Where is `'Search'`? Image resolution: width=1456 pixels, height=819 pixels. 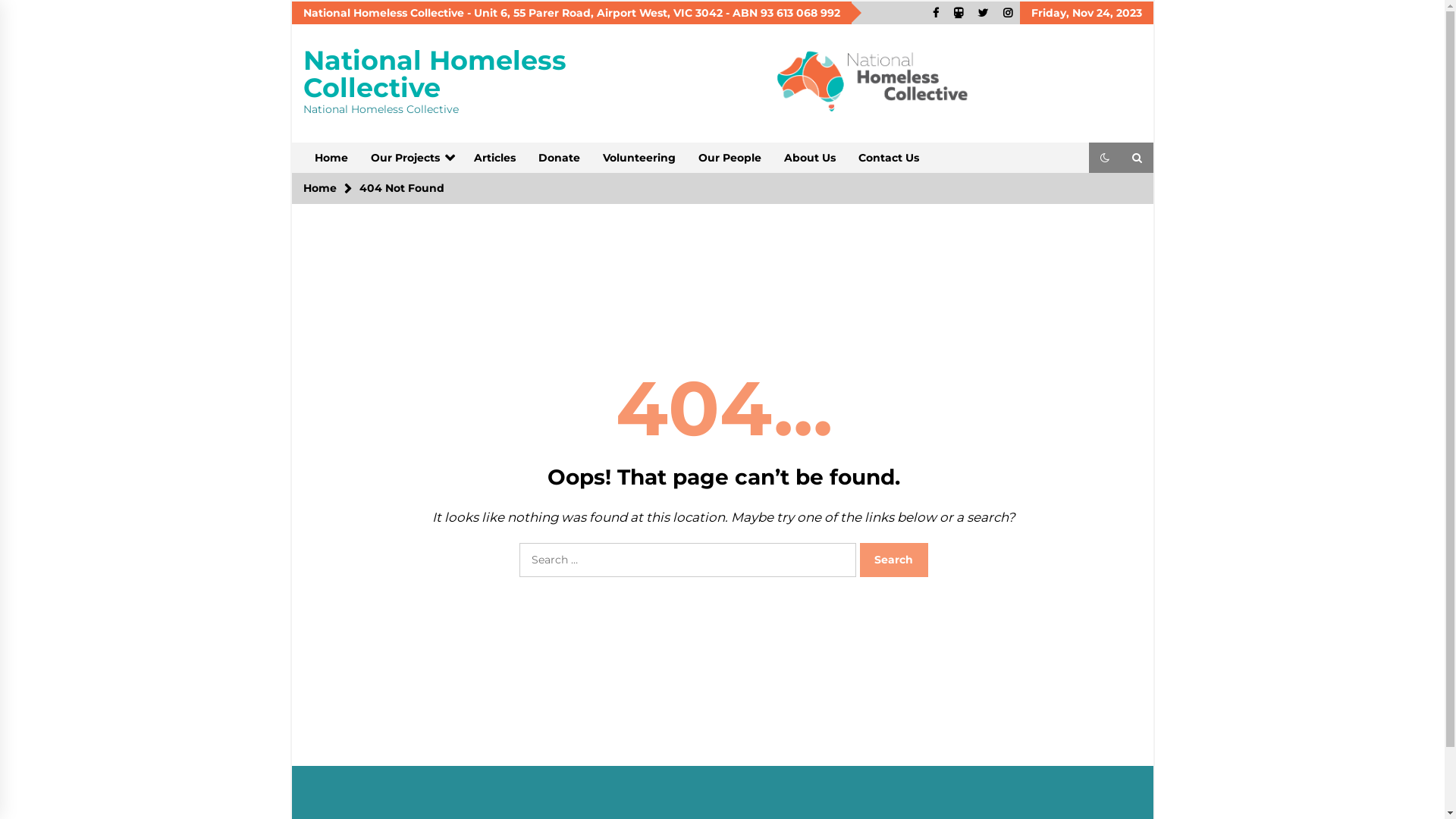
'Search' is located at coordinates (894, 560).